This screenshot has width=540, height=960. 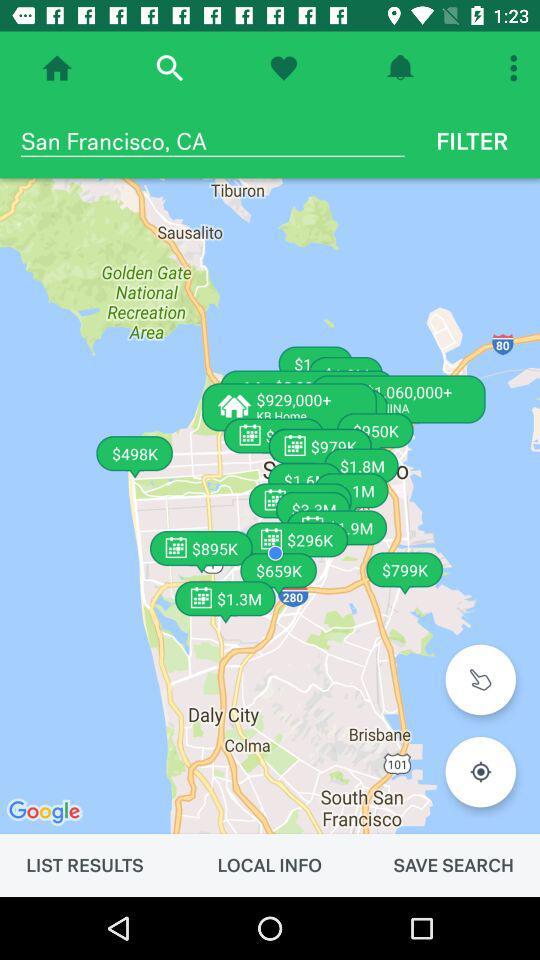 What do you see at coordinates (400, 68) in the screenshot?
I see `bell icon` at bounding box center [400, 68].